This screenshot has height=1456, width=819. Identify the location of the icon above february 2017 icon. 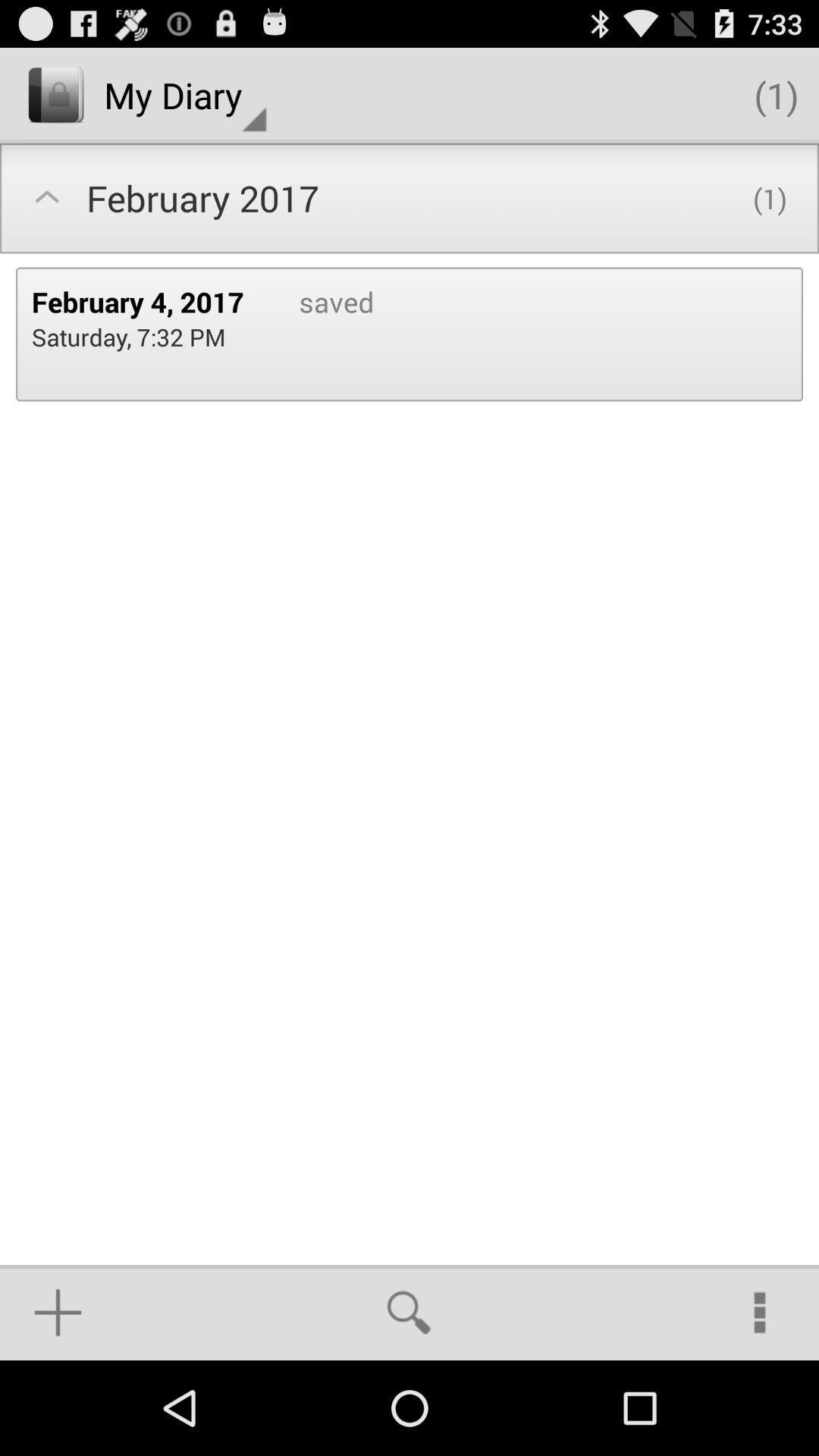
(184, 94).